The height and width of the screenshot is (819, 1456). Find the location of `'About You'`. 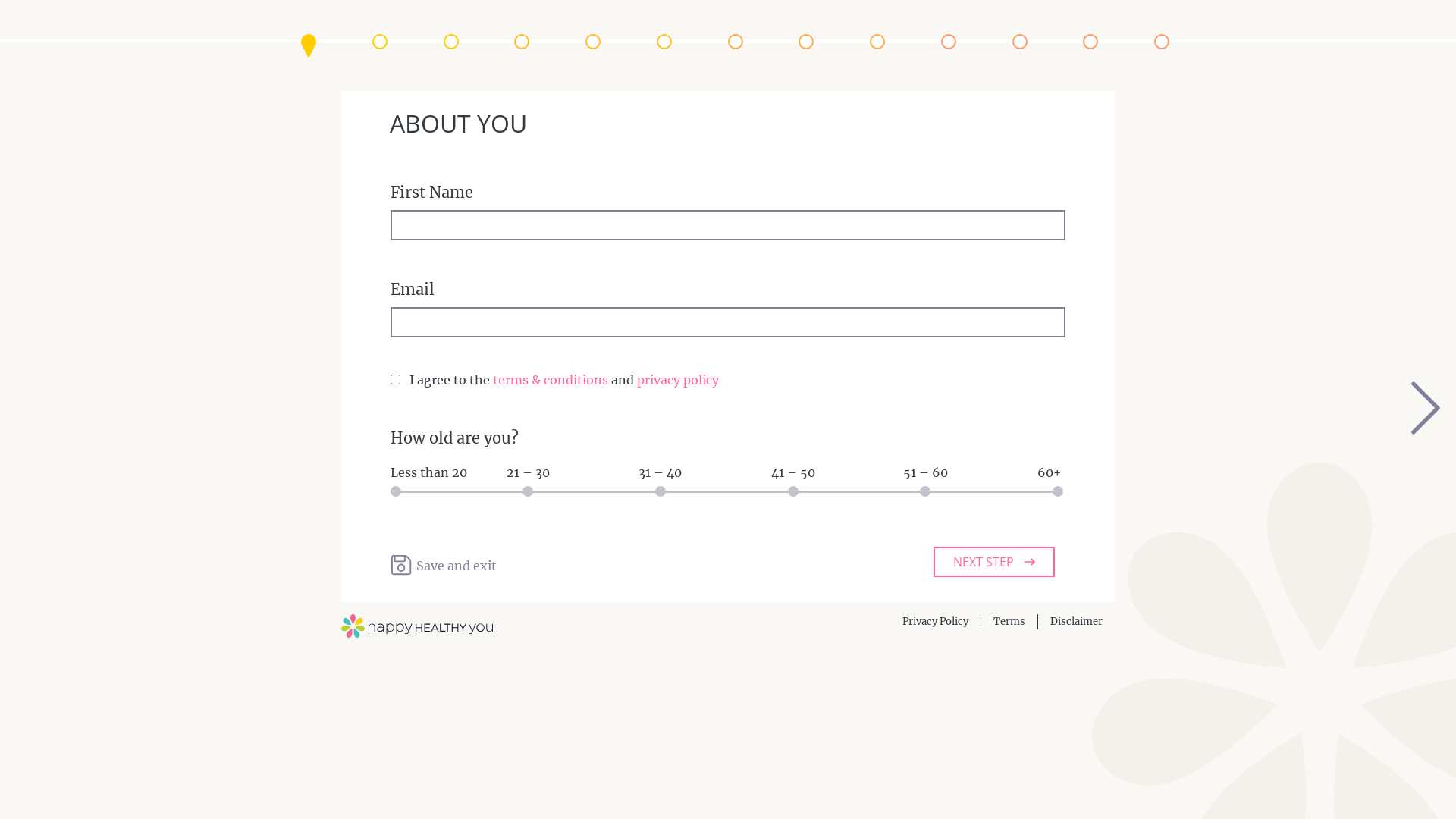

'About You' is located at coordinates (308, 40).